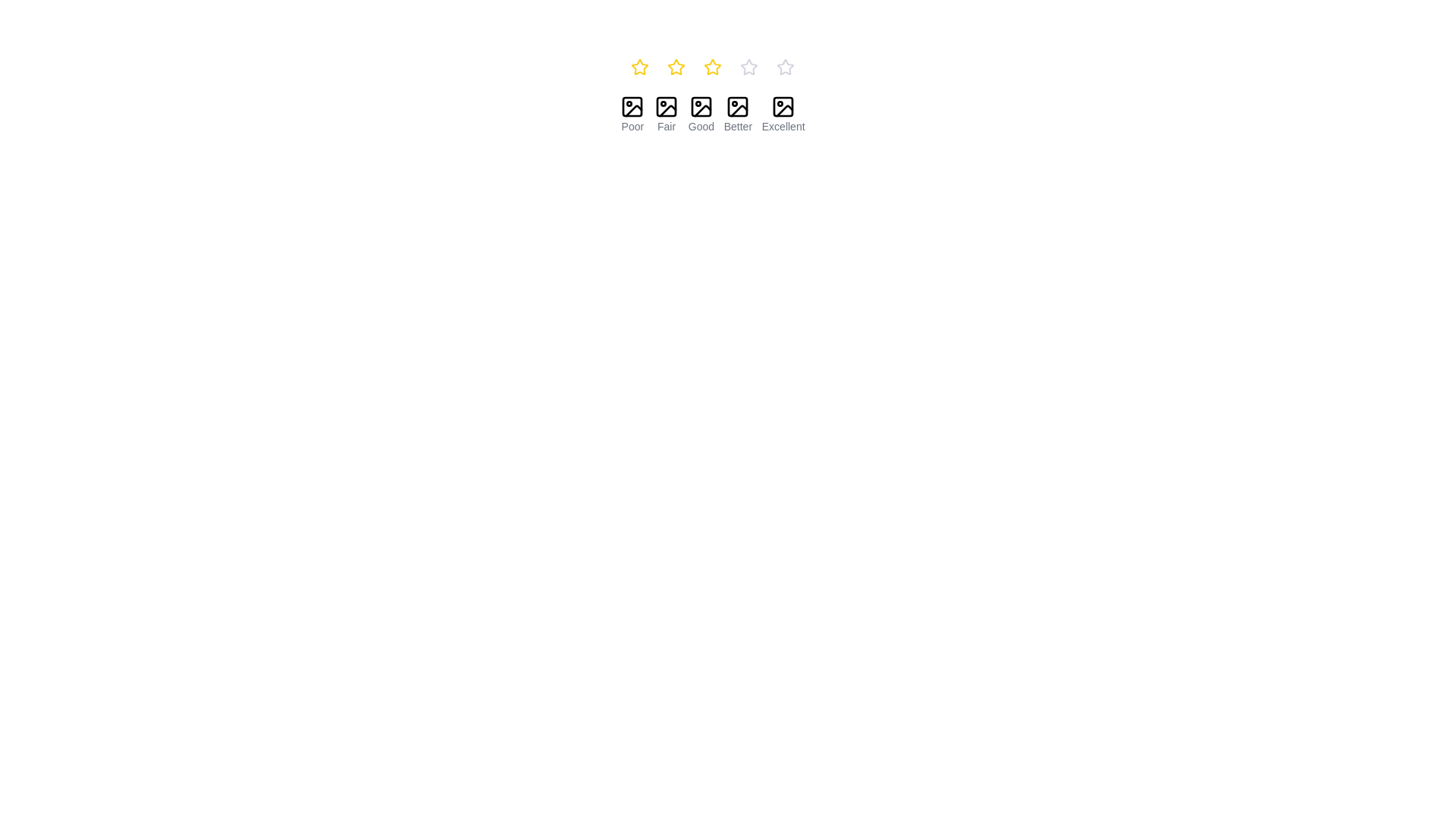 The height and width of the screenshot is (819, 1456). What do you see at coordinates (700, 106) in the screenshot?
I see `the central part of the icon component that represents the 'Good' rating in the ratings interface` at bounding box center [700, 106].